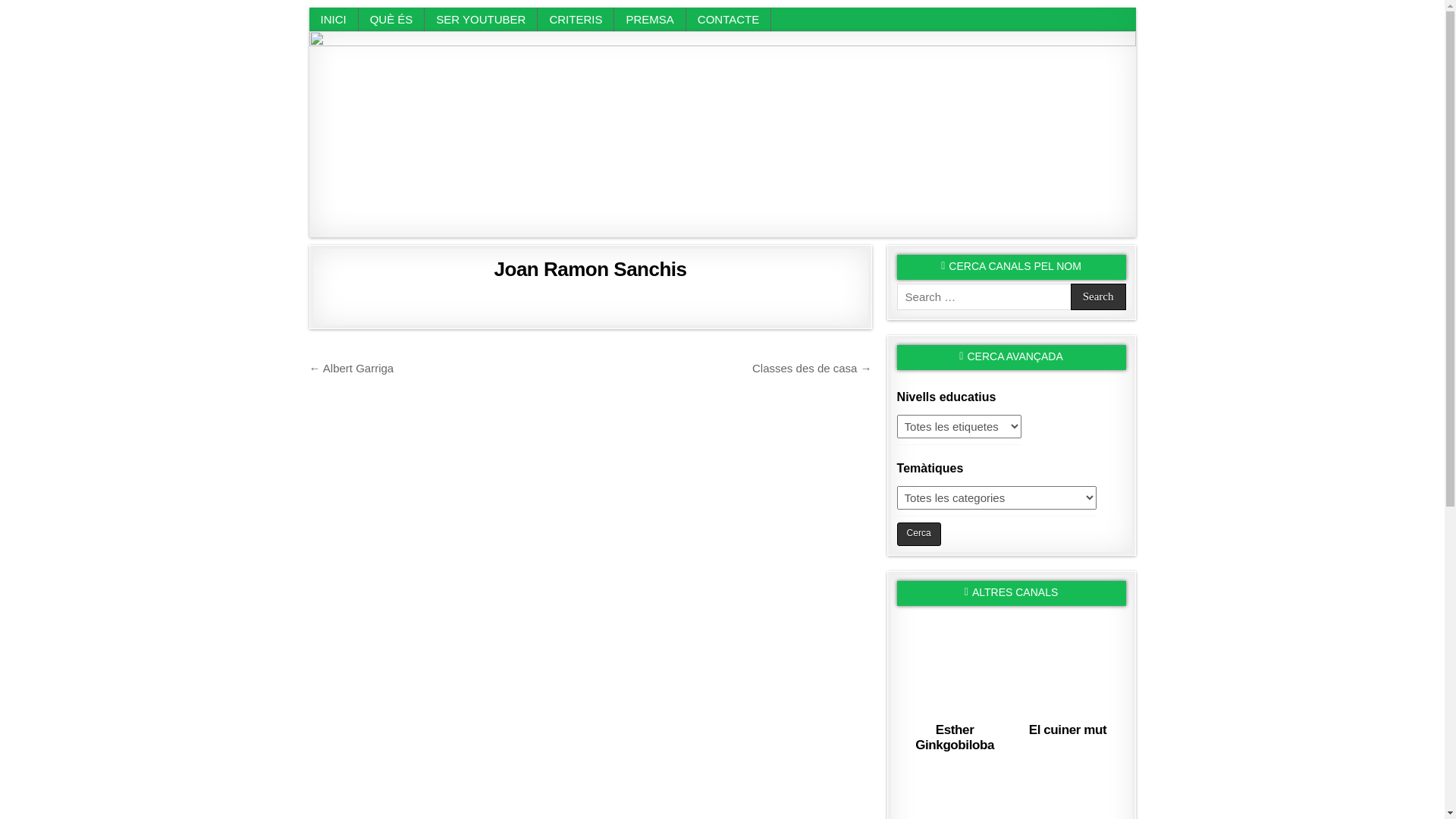 The image size is (1456, 819). I want to click on 'Cerca', so click(918, 533).